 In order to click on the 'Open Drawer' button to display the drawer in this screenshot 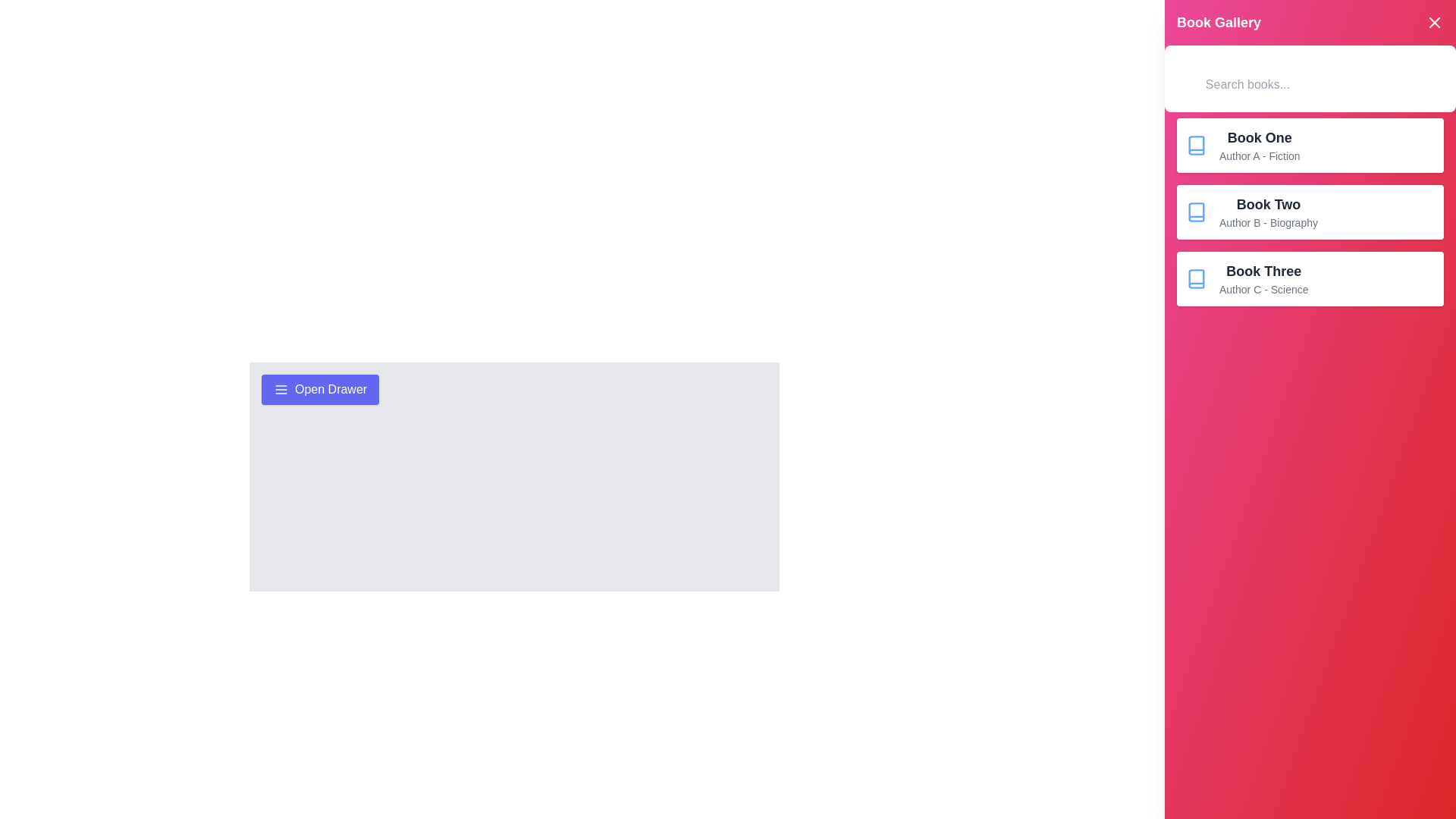, I will do `click(319, 388)`.